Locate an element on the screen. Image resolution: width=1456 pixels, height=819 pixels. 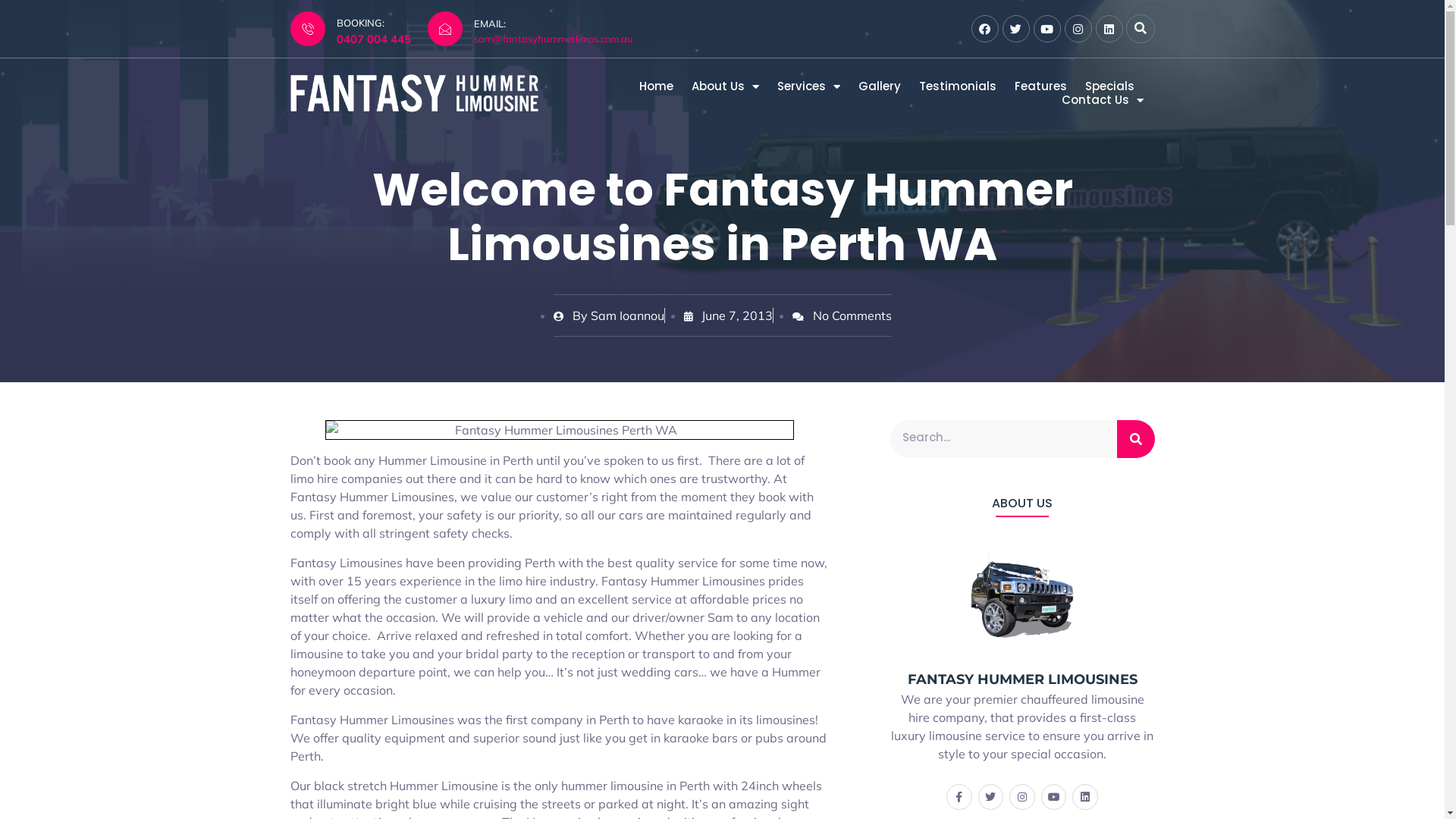
'June 7, 2013' is located at coordinates (683, 315).